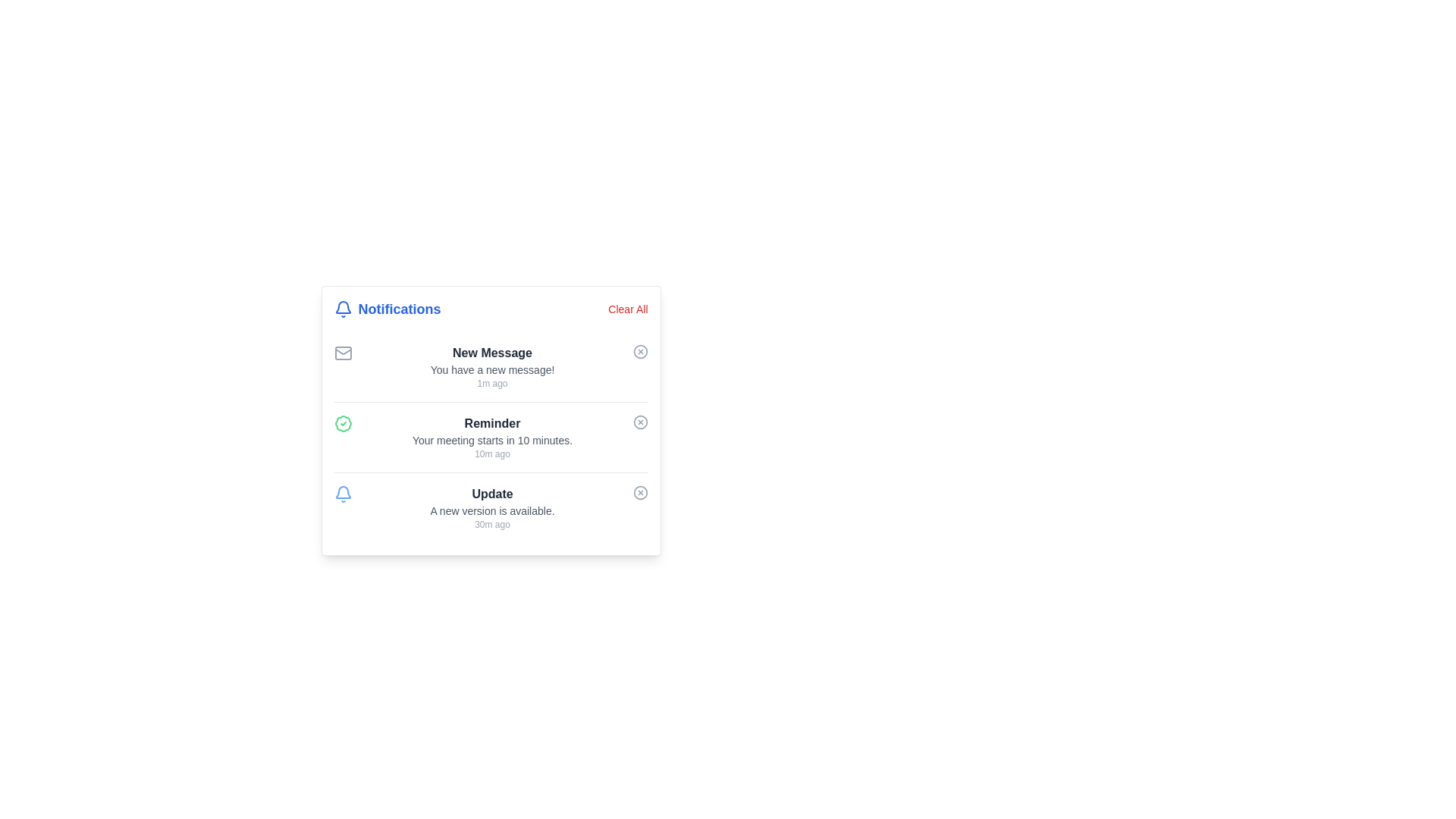  What do you see at coordinates (492, 382) in the screenshot?
I see `text label displaying '1m ago', which is located under the message 'You have a new message!' in the notification card` at bounding box center [492, 382].